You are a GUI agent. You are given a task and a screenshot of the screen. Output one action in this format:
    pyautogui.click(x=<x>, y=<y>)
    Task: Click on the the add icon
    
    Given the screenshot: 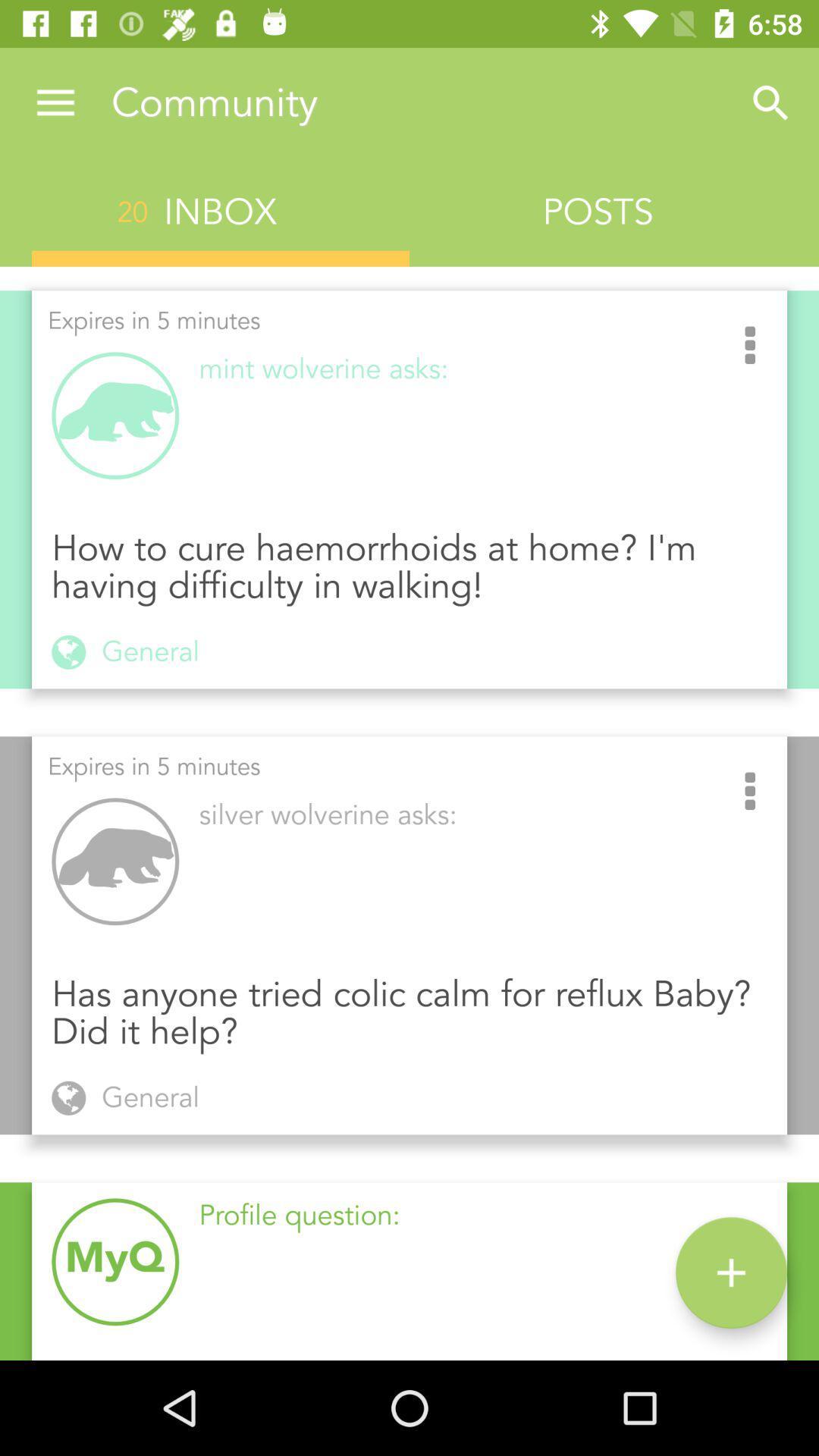 What is the action you would take?
    pyautogui.click(x=730, y=1272)
    